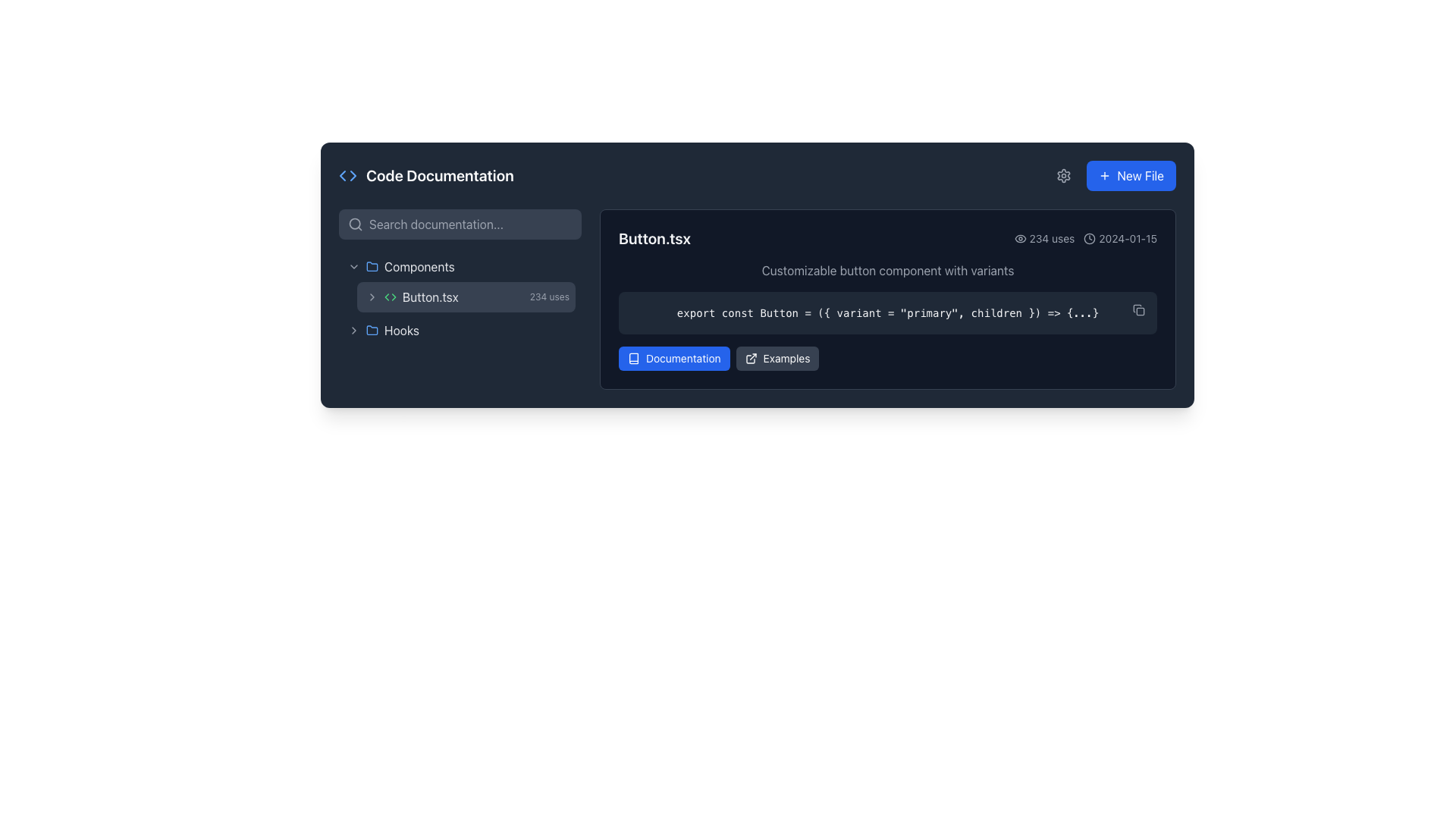  What do you see at coordinates (459, 298) in the screenshot?
I see `the list item with the file name 'Button.tsx', which is the second entry under 'Components' in the navigation menu` at bounding box center [459, 298].